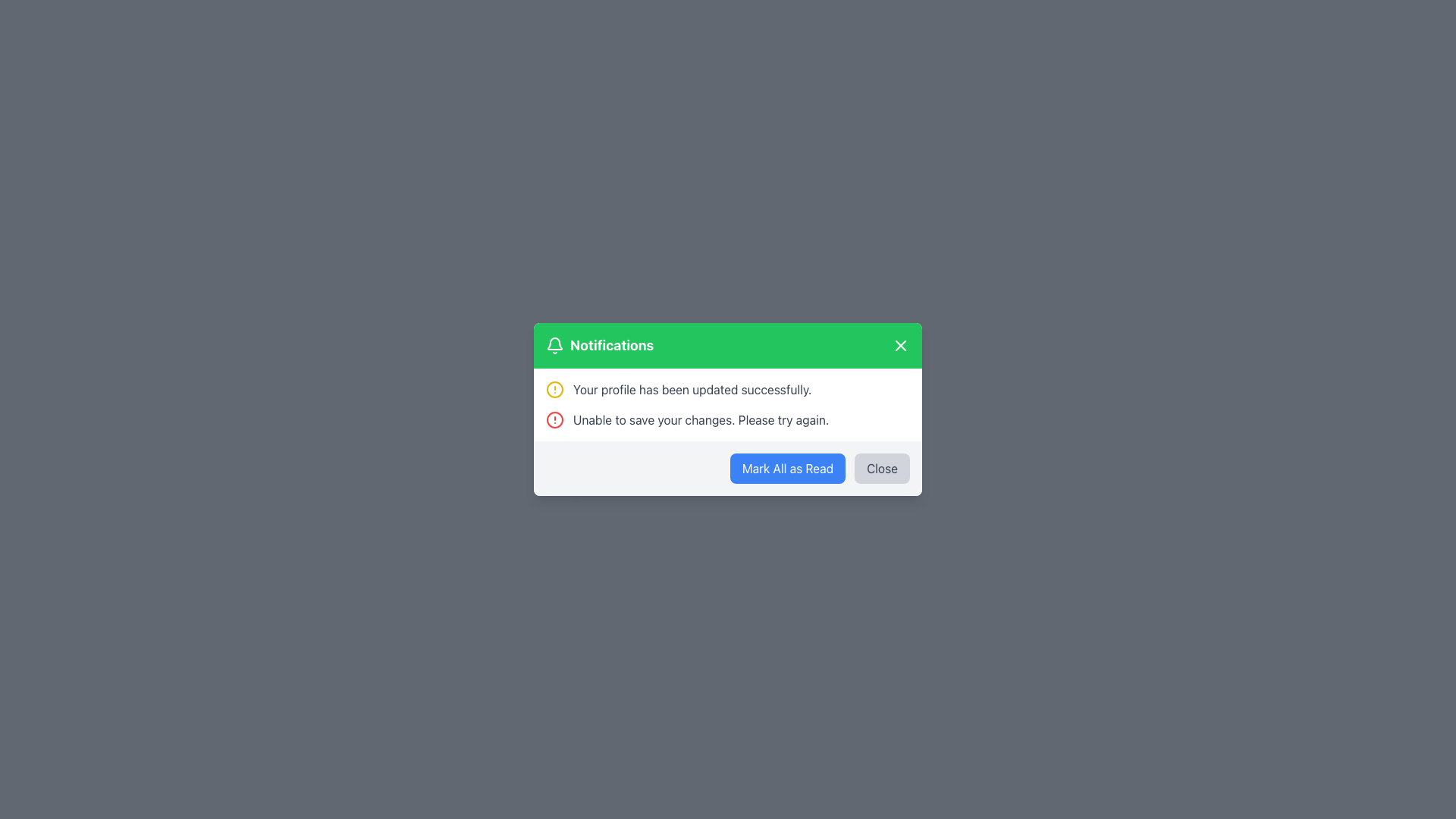  I want to click on the notification message stating 'Your profile has been updated successfully.' located in the top notification area of a modal dialog by clicking on it, so click(728, 388).